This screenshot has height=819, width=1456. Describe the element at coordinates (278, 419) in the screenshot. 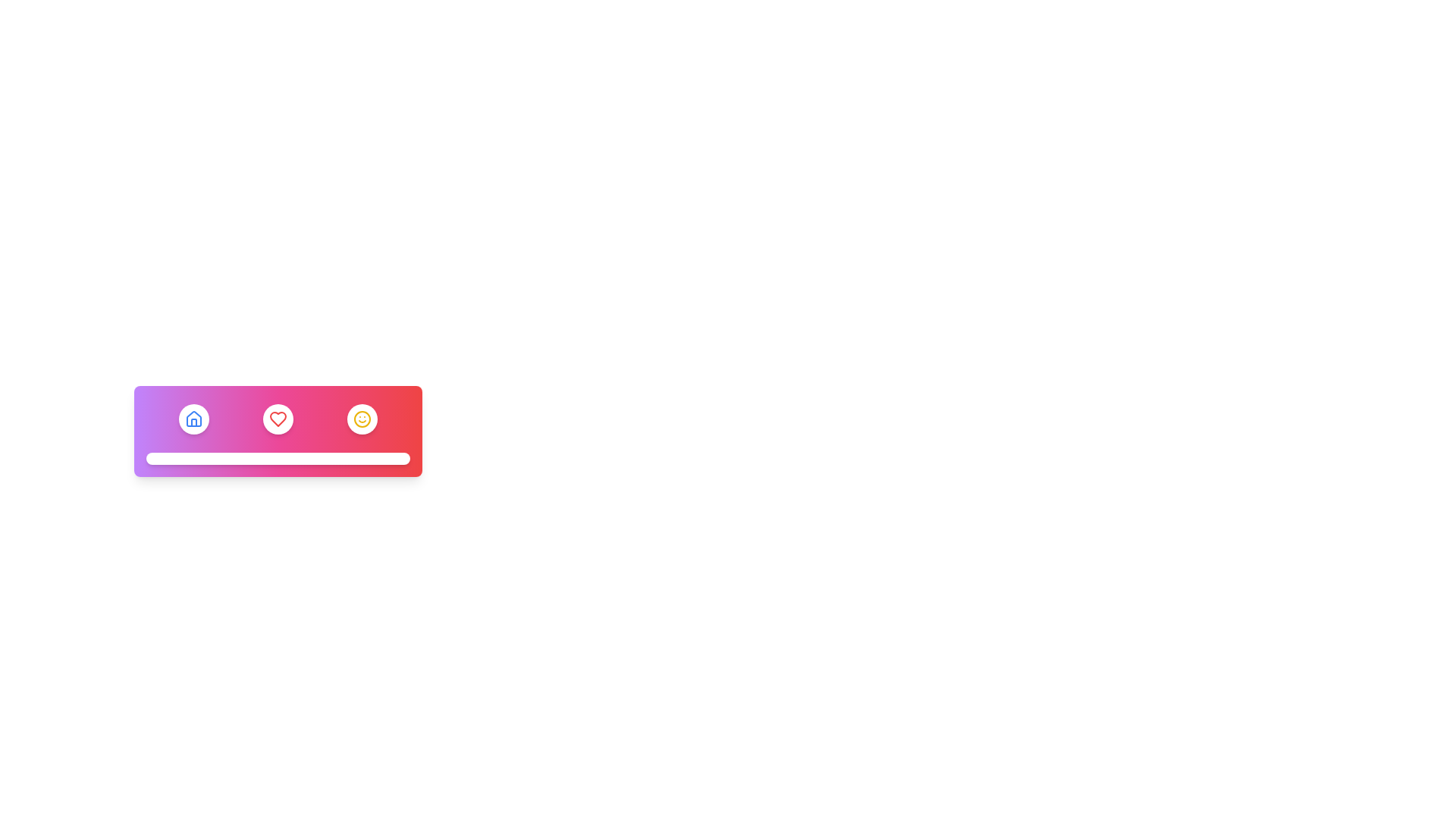

I see `the heart icon located at the center of the top-right button of the navigation bar` at that location.